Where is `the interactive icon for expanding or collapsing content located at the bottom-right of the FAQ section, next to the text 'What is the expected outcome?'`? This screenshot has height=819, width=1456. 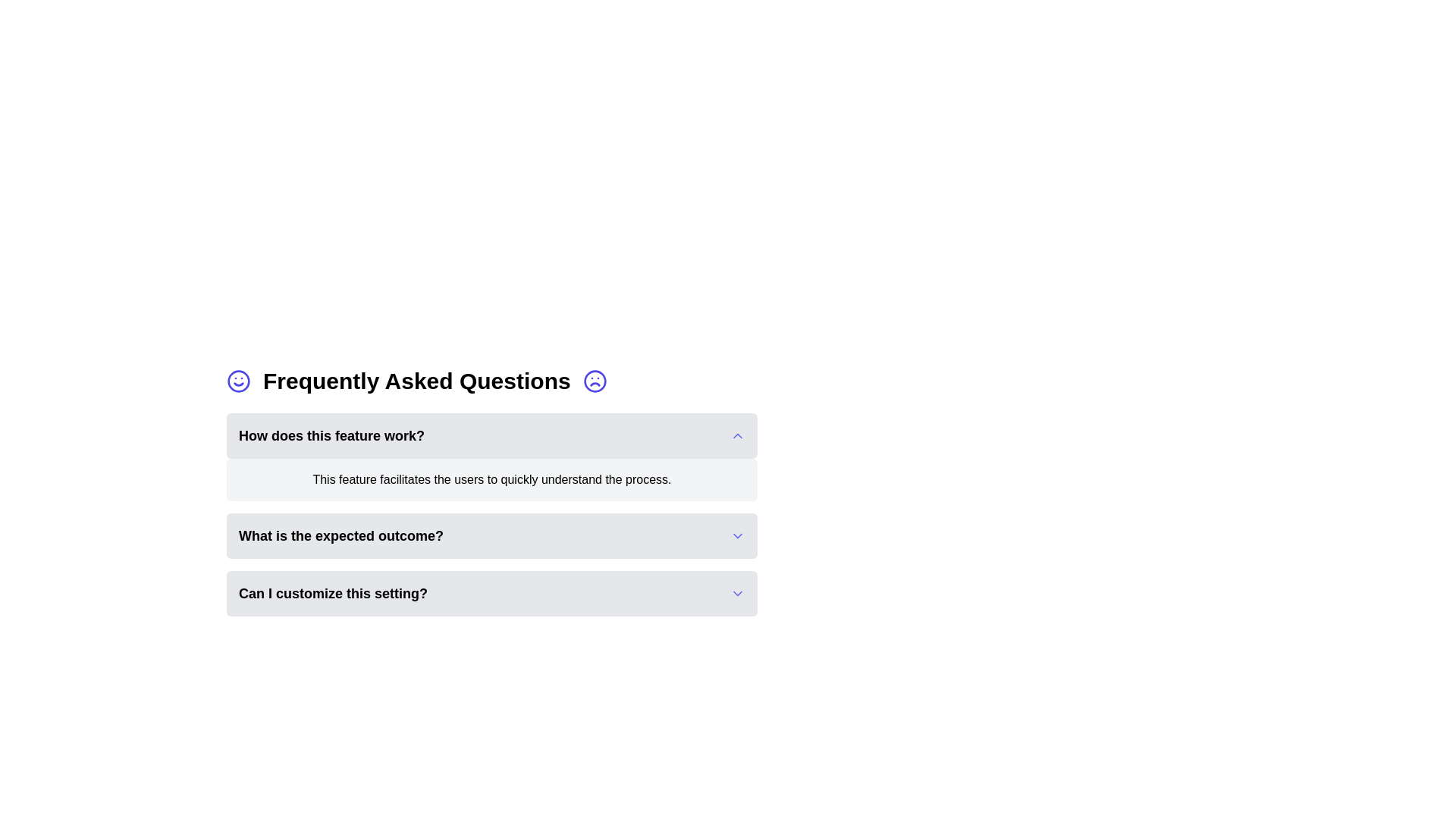 the interactive icon for expanding or collapsing content located at the bottom-right of the FAQ section, next to the text 'What is the expected outcome?' is located at coordinates (738, 535).